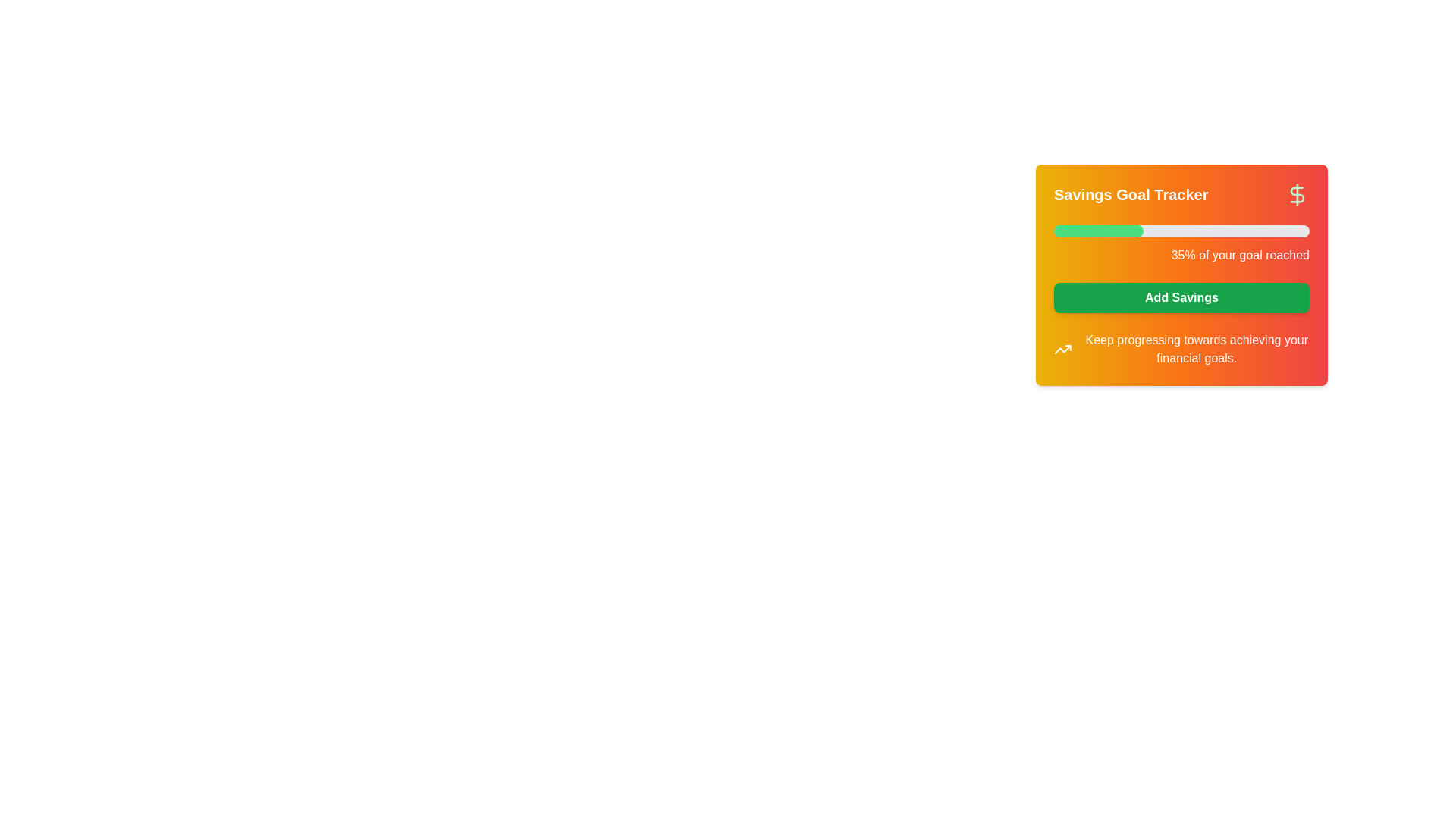 This screenshot has height=819, width=1456. I want to click on the progress bar located under the title 'Savings Goal Tracker' and above the text '35% of your goal reached.', so click(1181, 231).